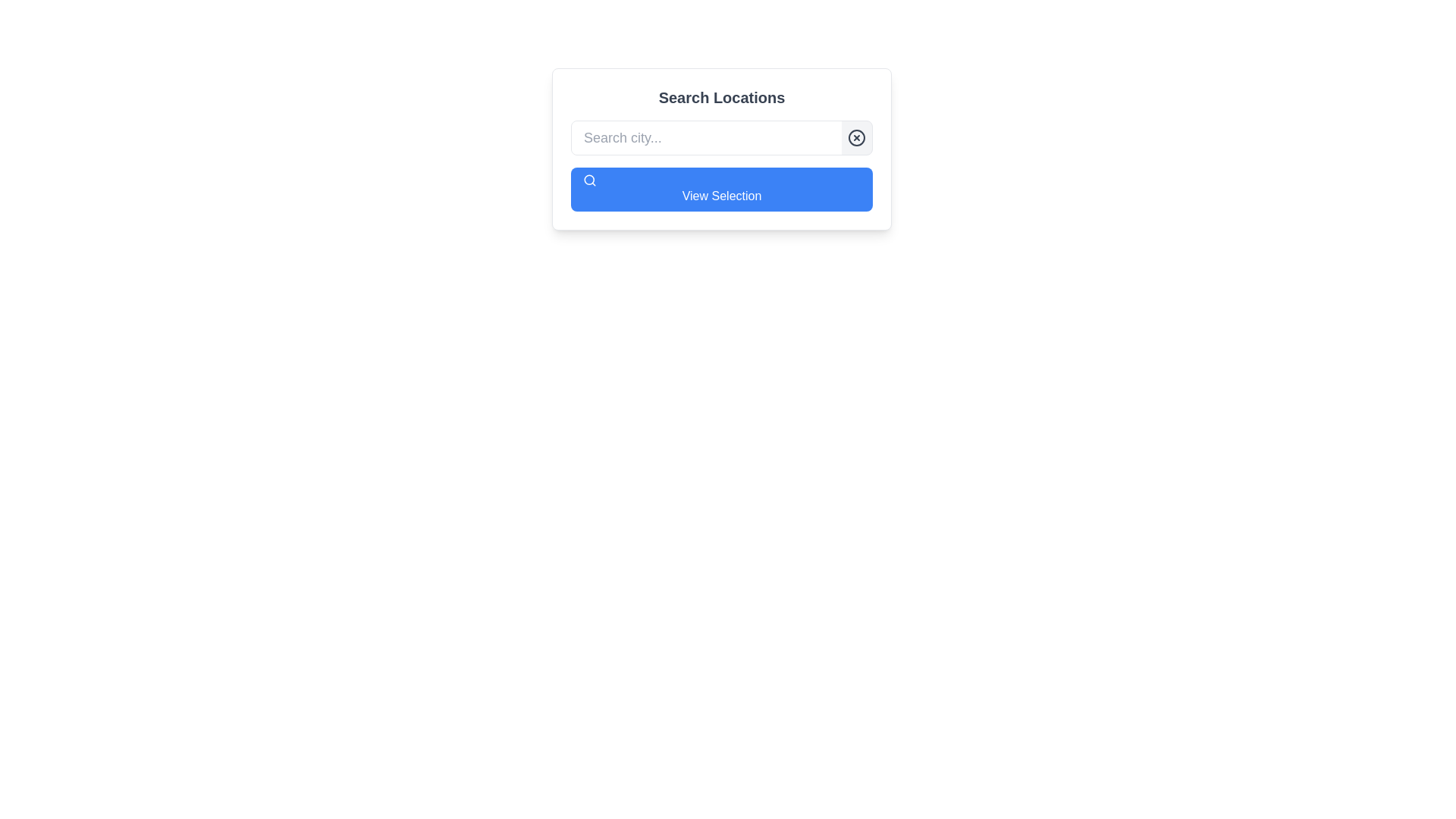 This screenshot has height=819, width=1456. I want to click on the icon button resembling a circle with an 'X' in the center, located on the far right of the text input field in the search bar interface, so click(856, 137).